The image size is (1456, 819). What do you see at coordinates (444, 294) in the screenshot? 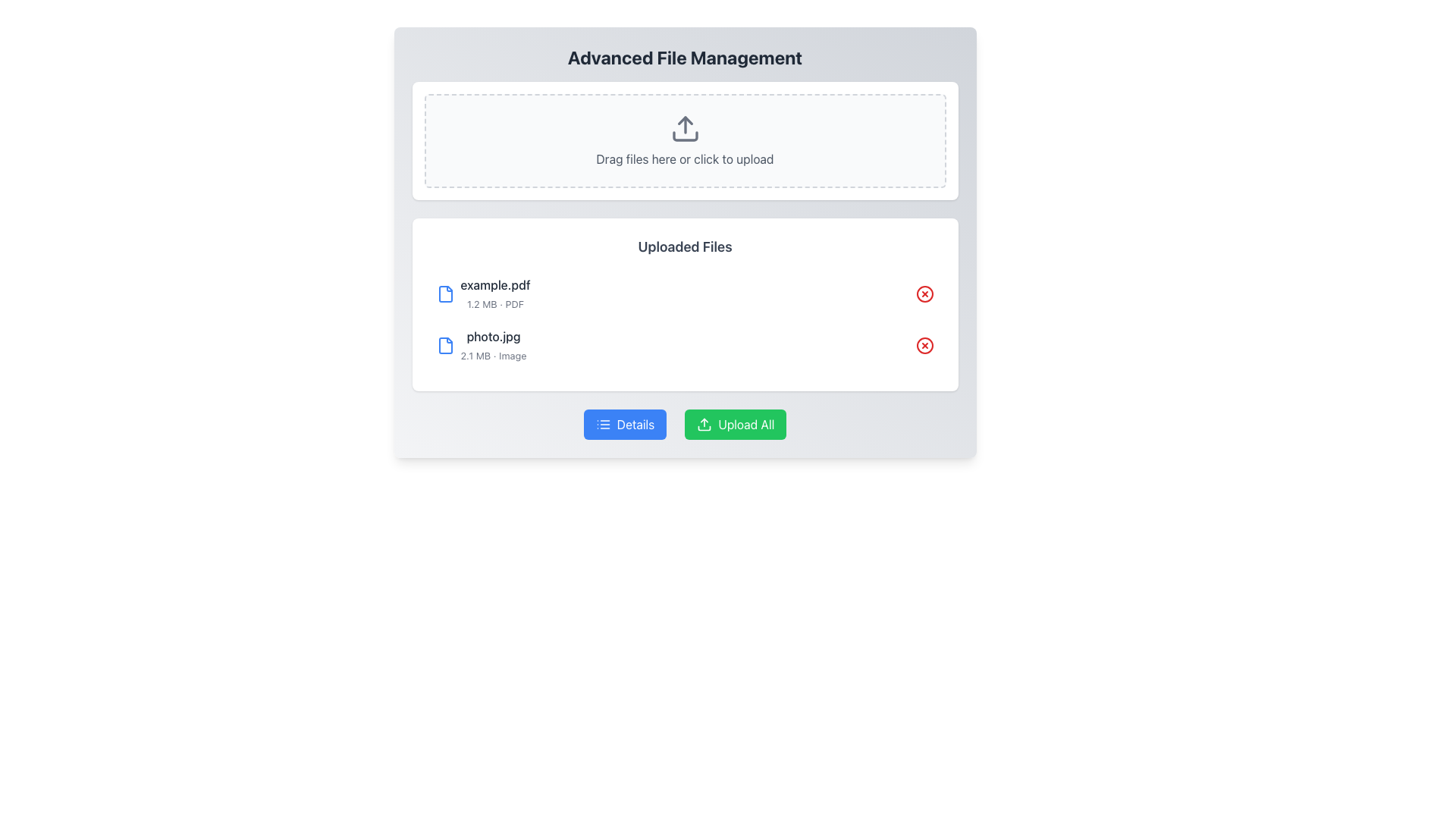
I see `the blue file icon located to the left of the text 'example.pdf'` at bounding box center [444, 294].